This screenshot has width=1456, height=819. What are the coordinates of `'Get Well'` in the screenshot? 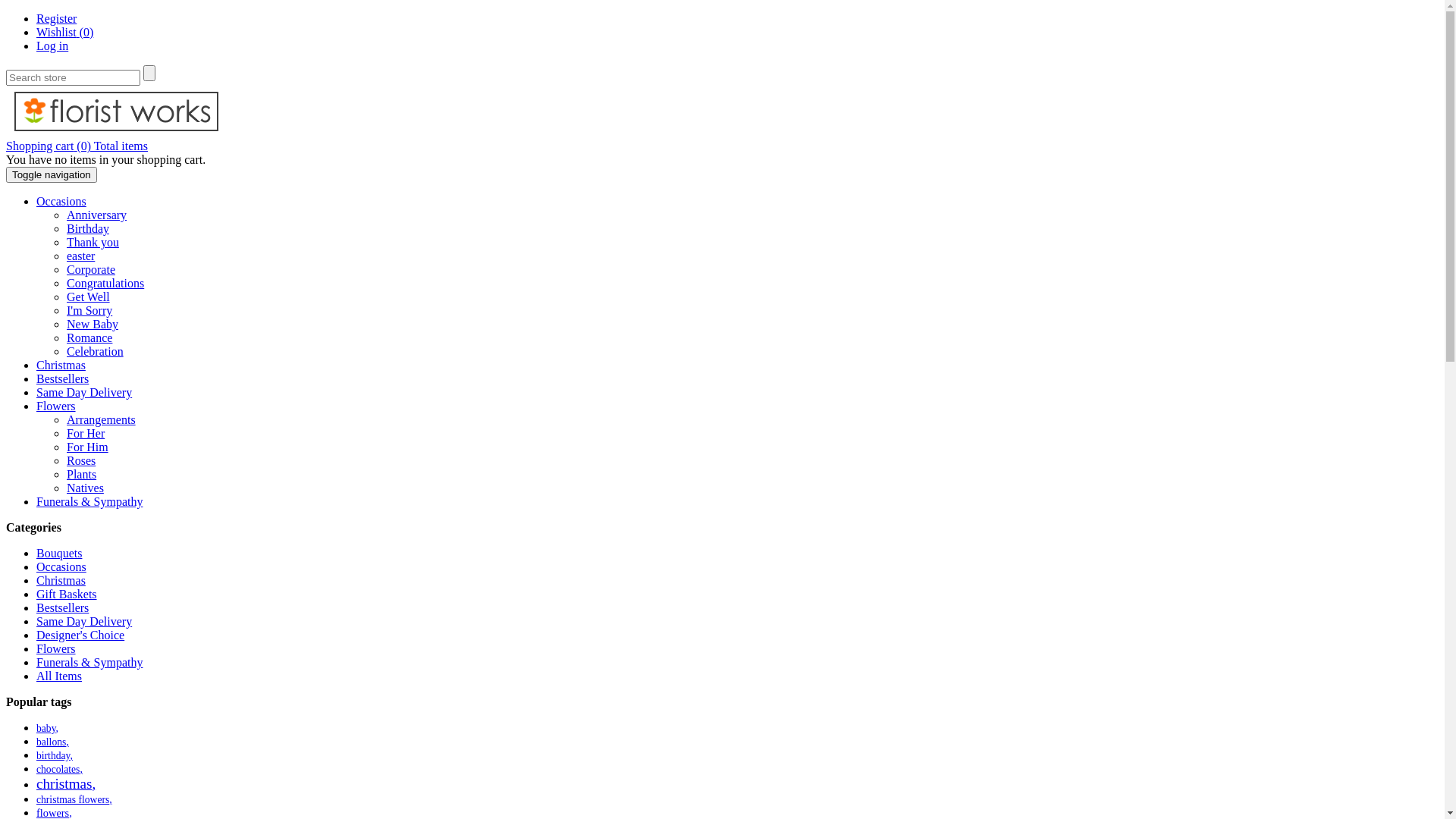 It's located at (87, 297).